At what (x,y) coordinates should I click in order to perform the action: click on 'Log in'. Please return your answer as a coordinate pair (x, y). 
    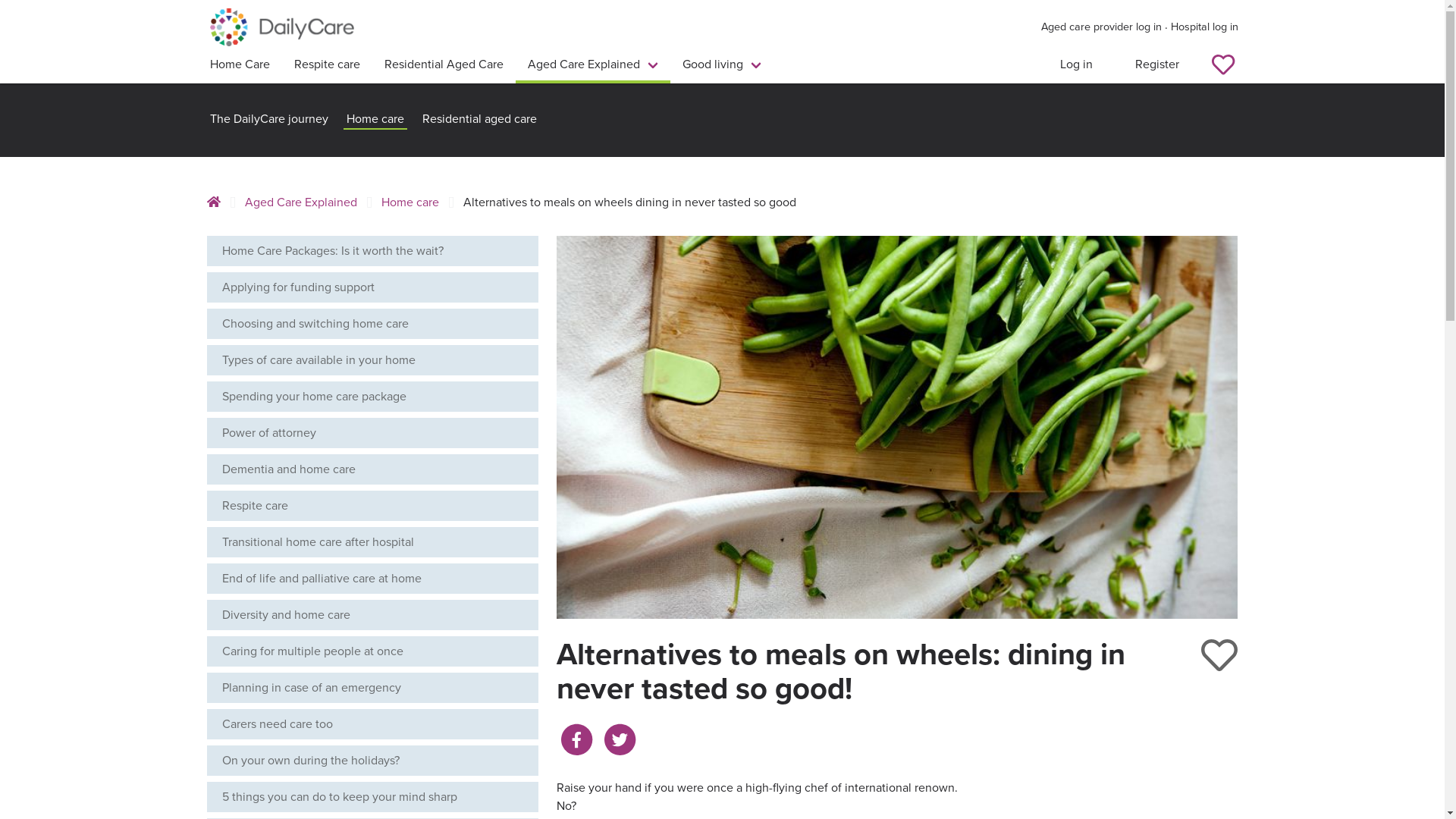
    Looking at the image, I should click on (1075, 65).